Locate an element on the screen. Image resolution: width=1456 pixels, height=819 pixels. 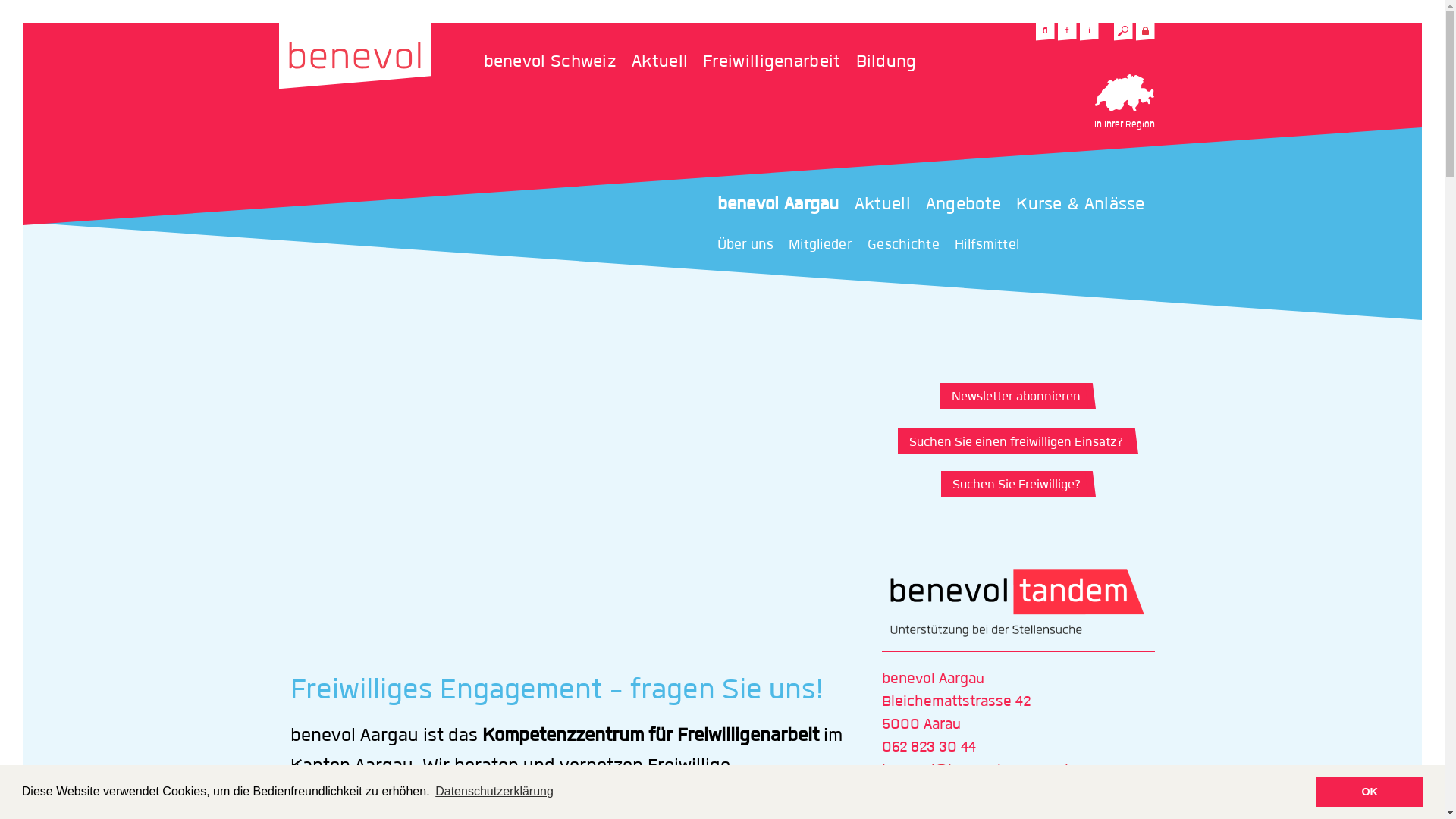
'd' is located at coordinates (1044, 31).